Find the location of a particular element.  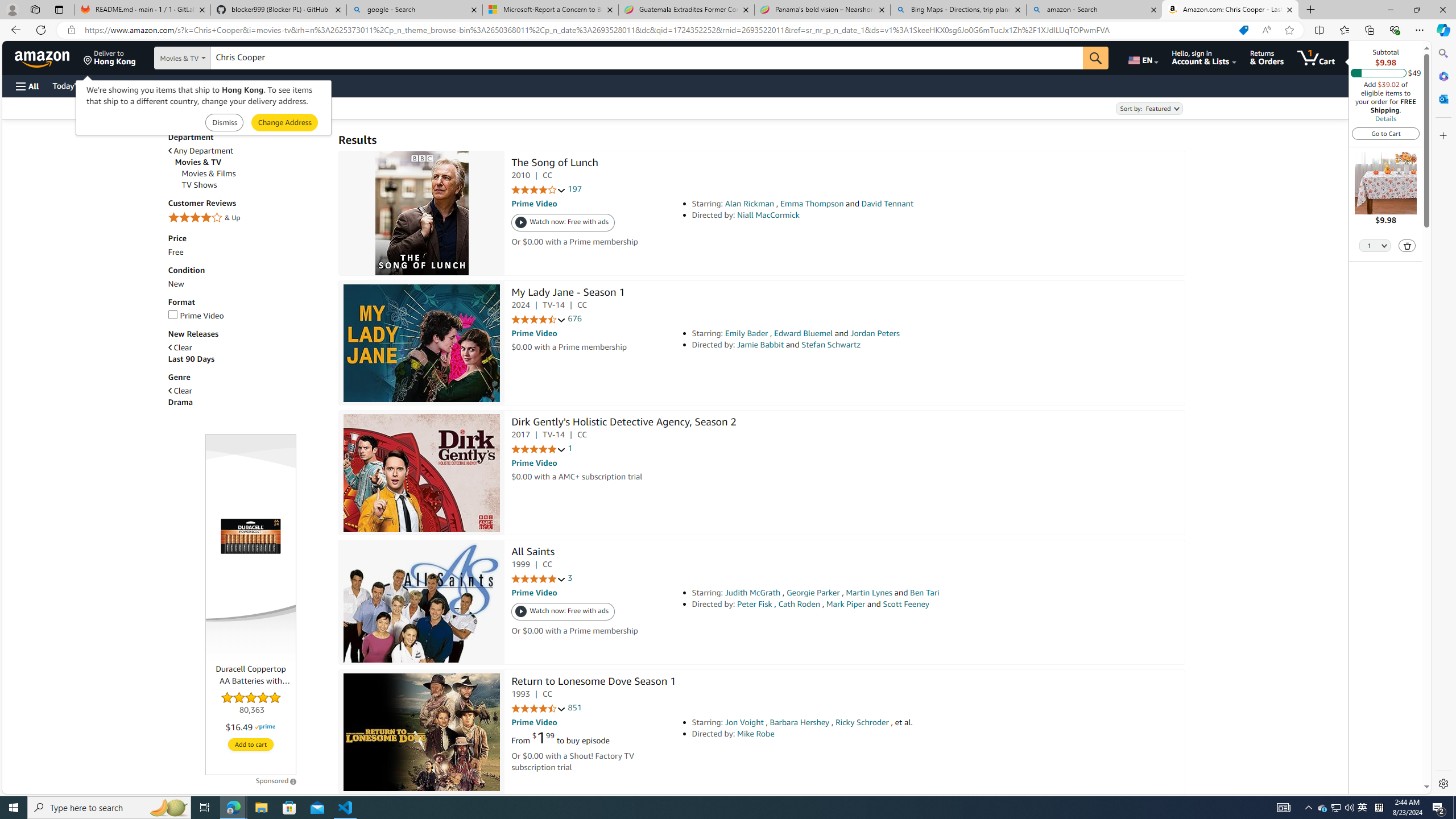

'TV Shows' is located at coordinates (199, 185).